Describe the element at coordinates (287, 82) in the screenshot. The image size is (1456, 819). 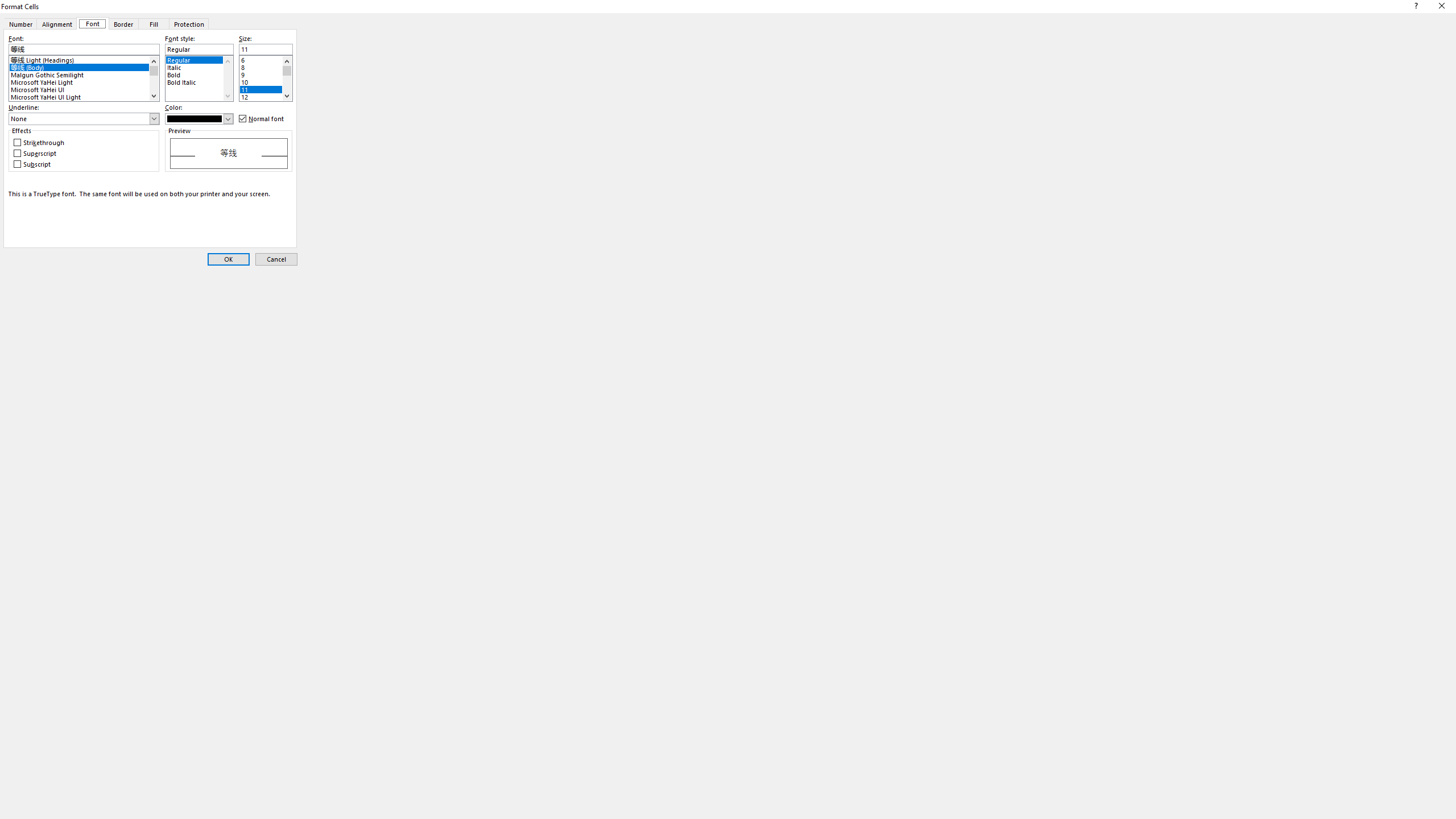
I see `'Page down'` at that location.